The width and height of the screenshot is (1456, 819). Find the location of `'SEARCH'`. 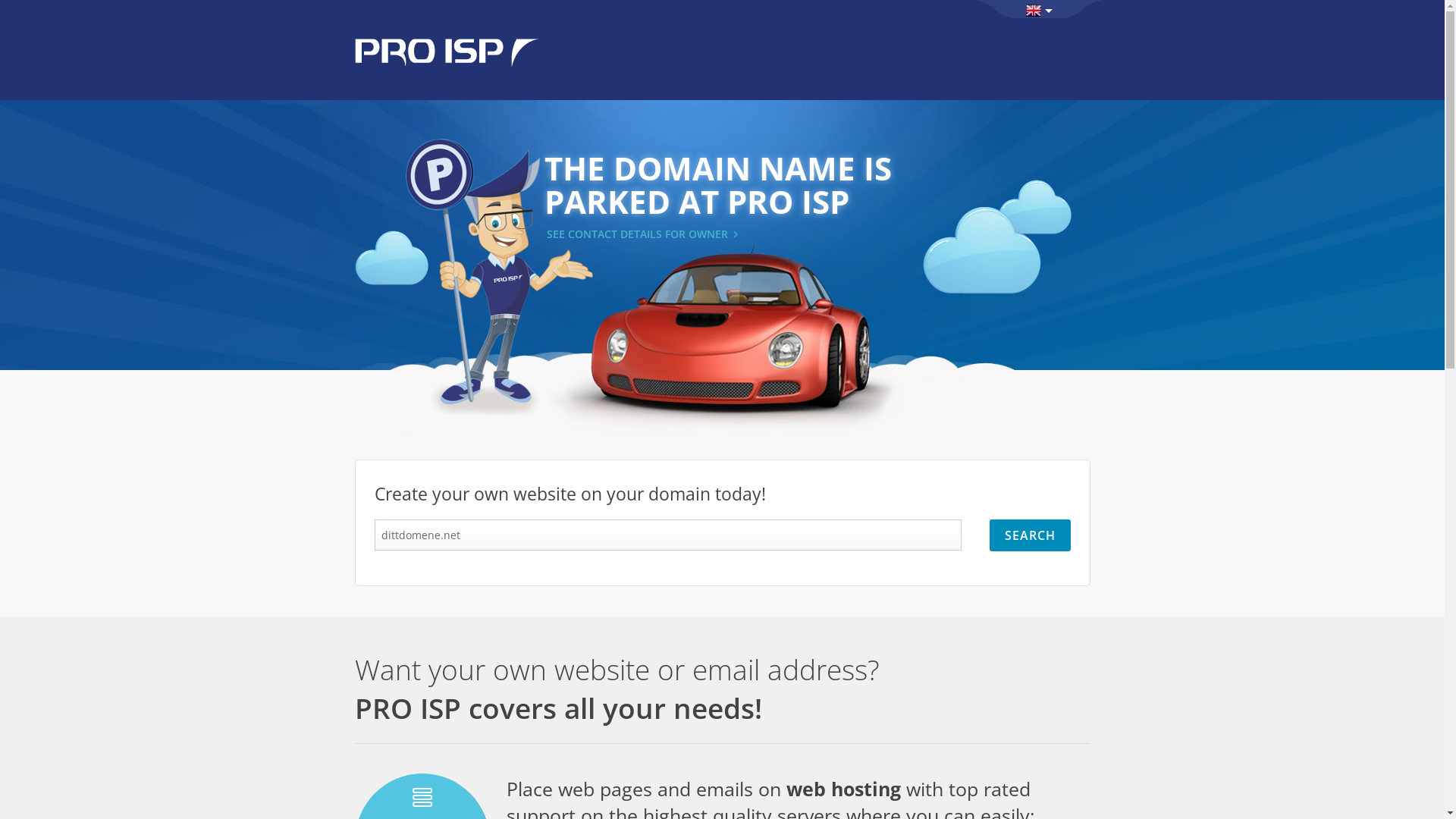

'SEARCH' is located at coordinates (1029, 534).